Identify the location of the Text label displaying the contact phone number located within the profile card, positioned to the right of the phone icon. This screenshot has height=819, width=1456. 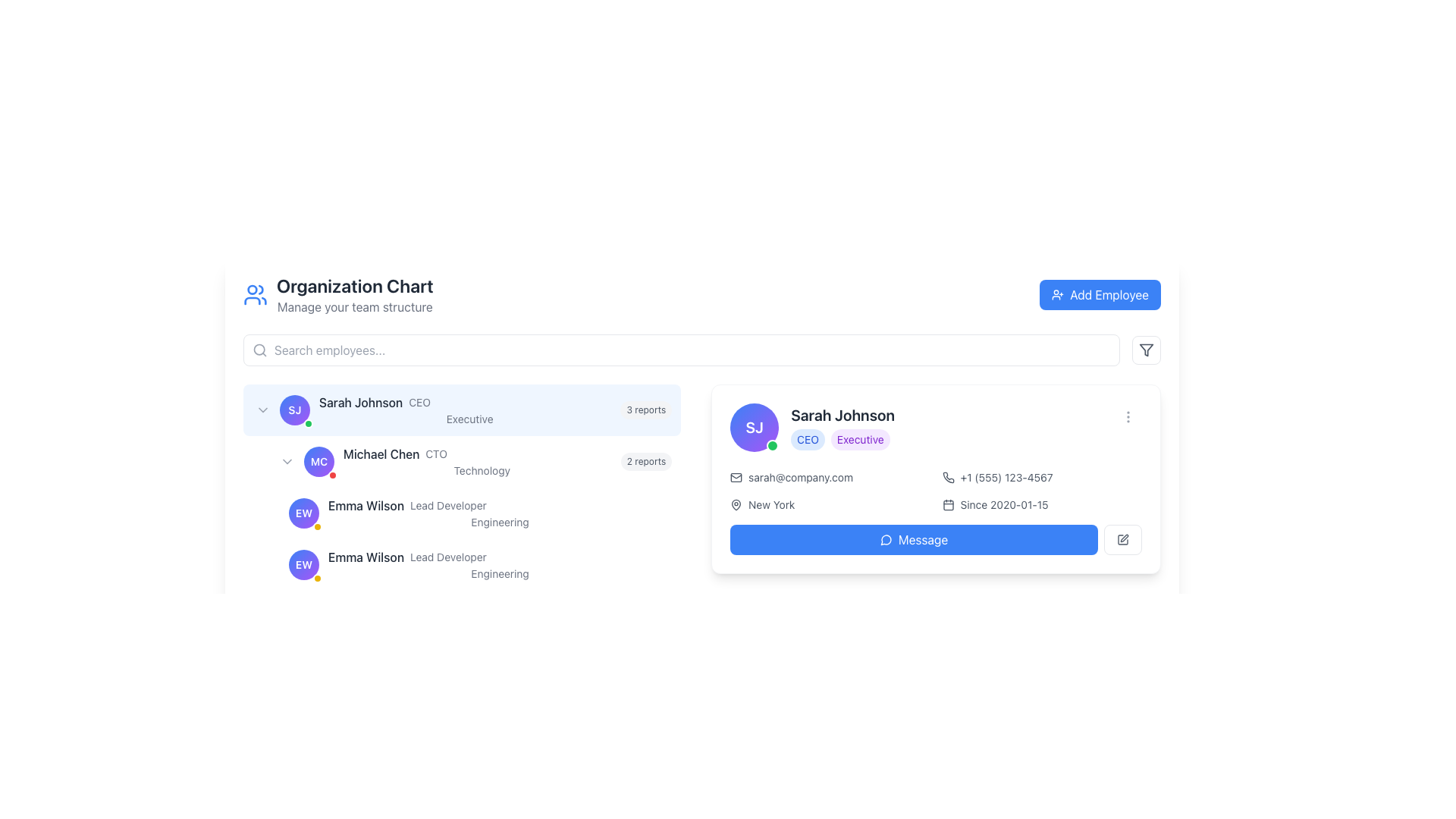
(1006, 476).